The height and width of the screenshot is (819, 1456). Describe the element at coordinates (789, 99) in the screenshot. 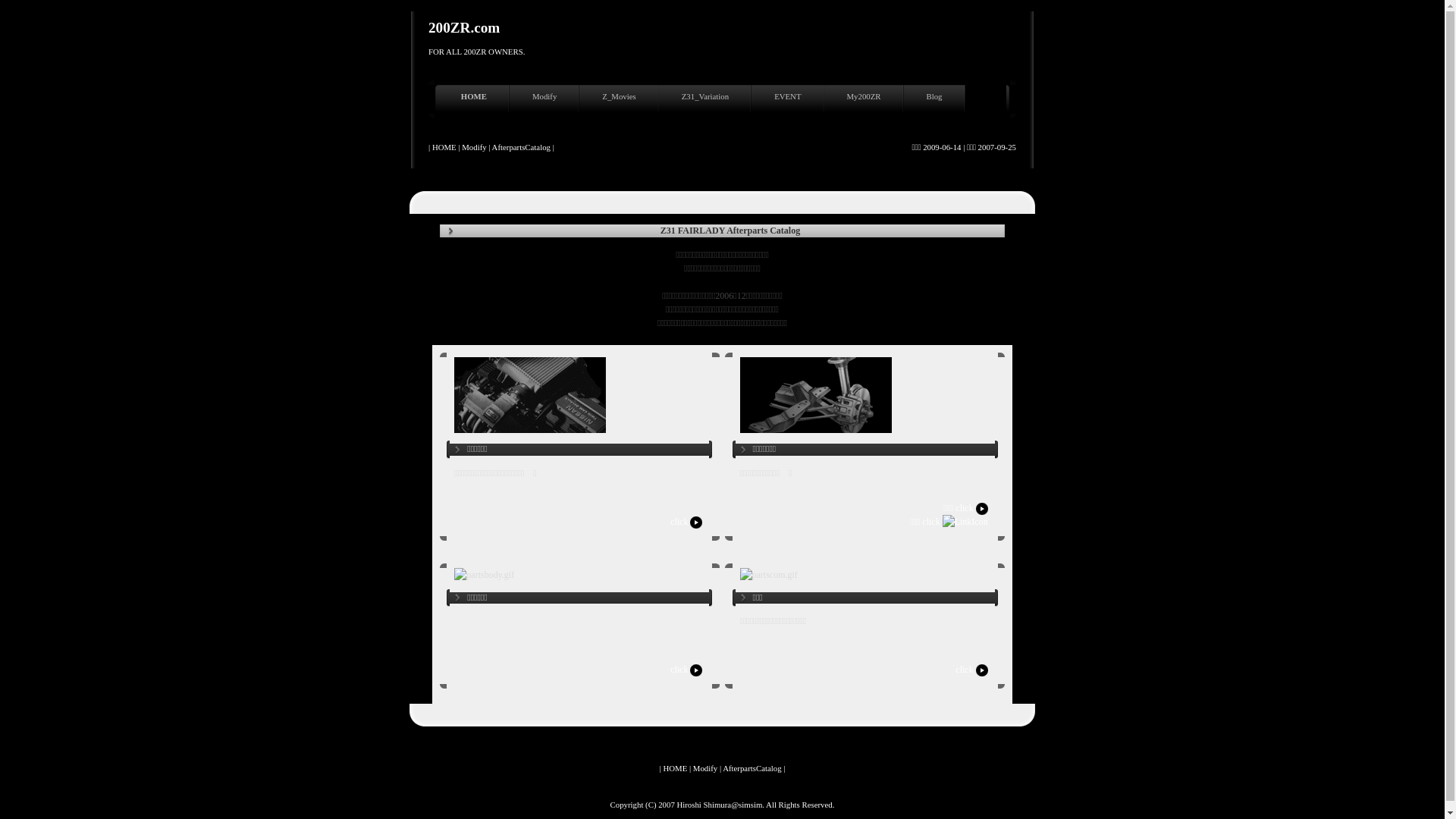

I see `'EVENT'` at that location.